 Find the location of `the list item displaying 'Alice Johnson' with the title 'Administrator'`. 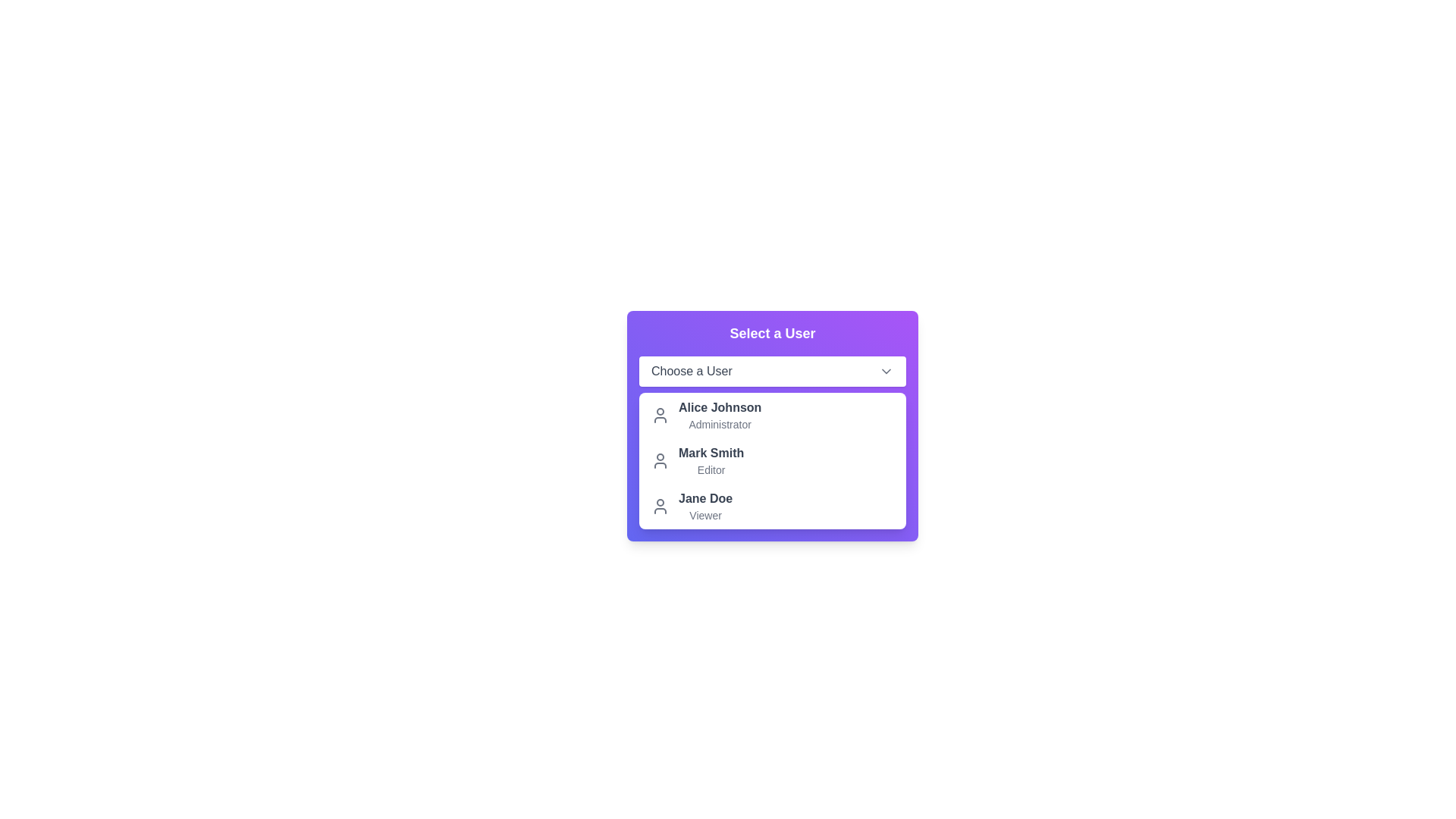

the list item displaying 'Alice Johnson' with the title 'Administrator' is located at coordinates (705, 415).